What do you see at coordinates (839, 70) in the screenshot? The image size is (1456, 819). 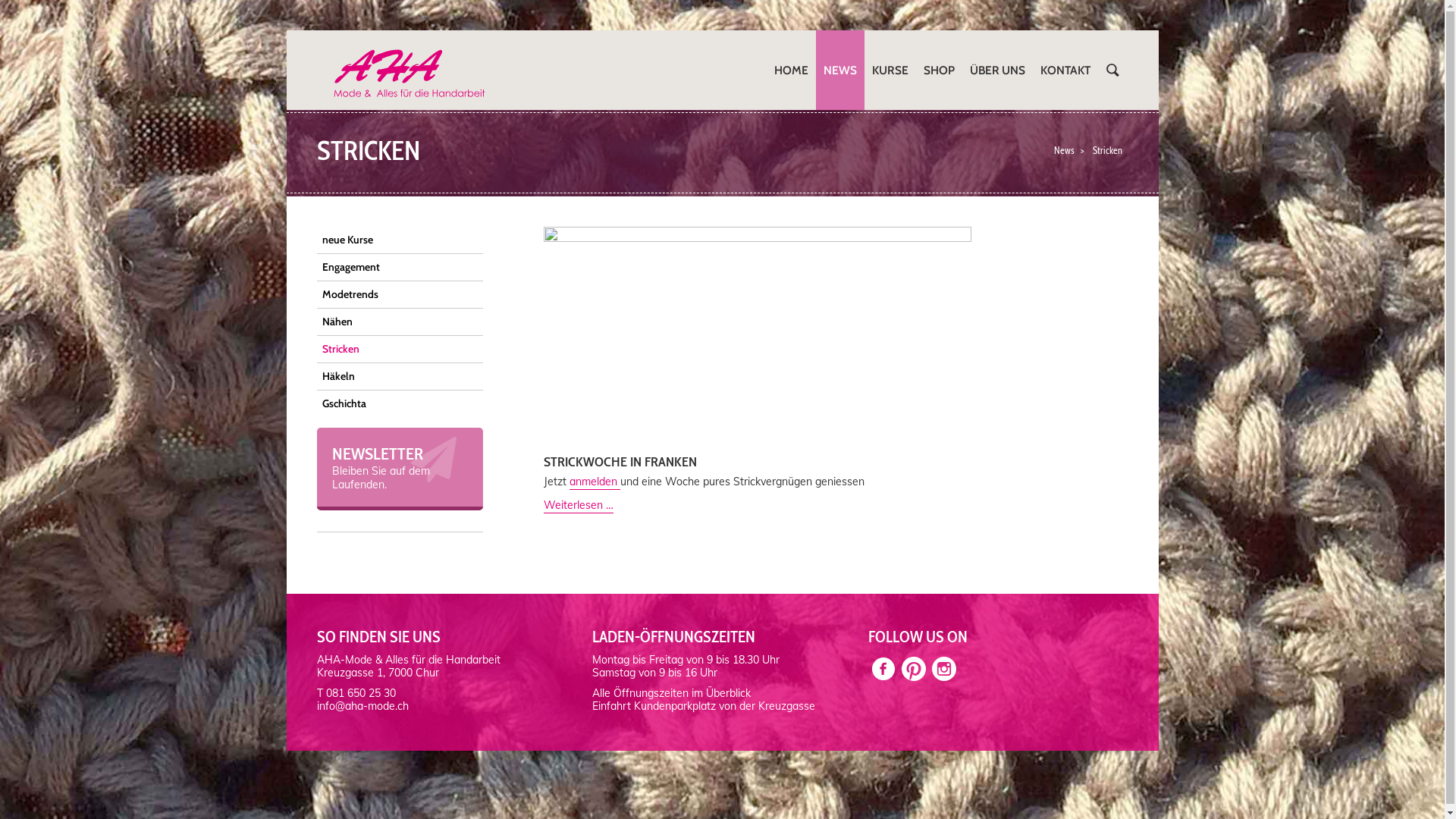 I see `'NEWS'` at bounding box center [839, 70].